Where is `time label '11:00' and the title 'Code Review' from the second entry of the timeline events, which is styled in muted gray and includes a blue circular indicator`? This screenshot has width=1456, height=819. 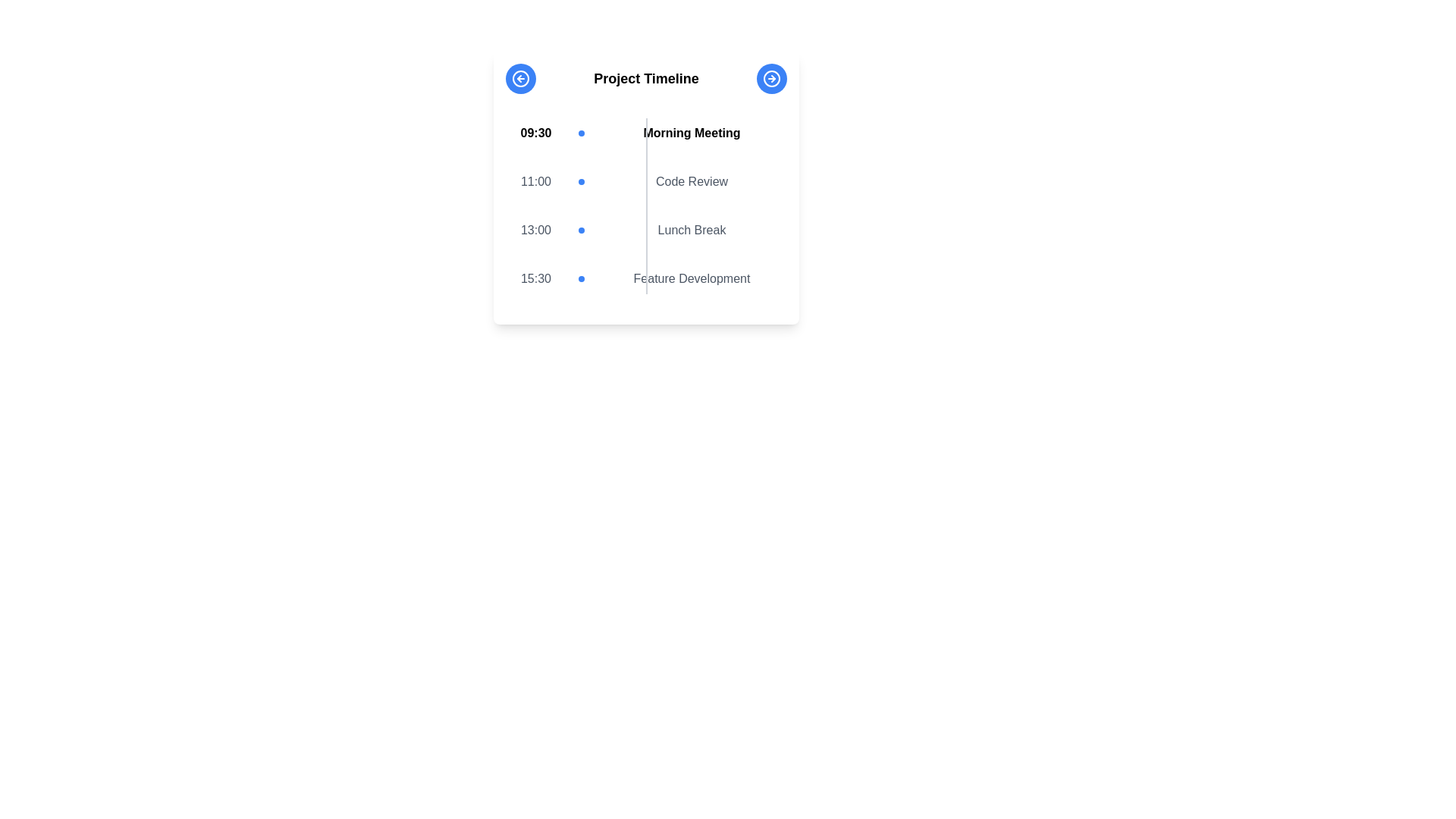
time label '11:00' and the title 'Code Review' from the second entry of the timeline events, which is styled in muted gray and includes a blue circular indicator is located at coordinates (646, 180).